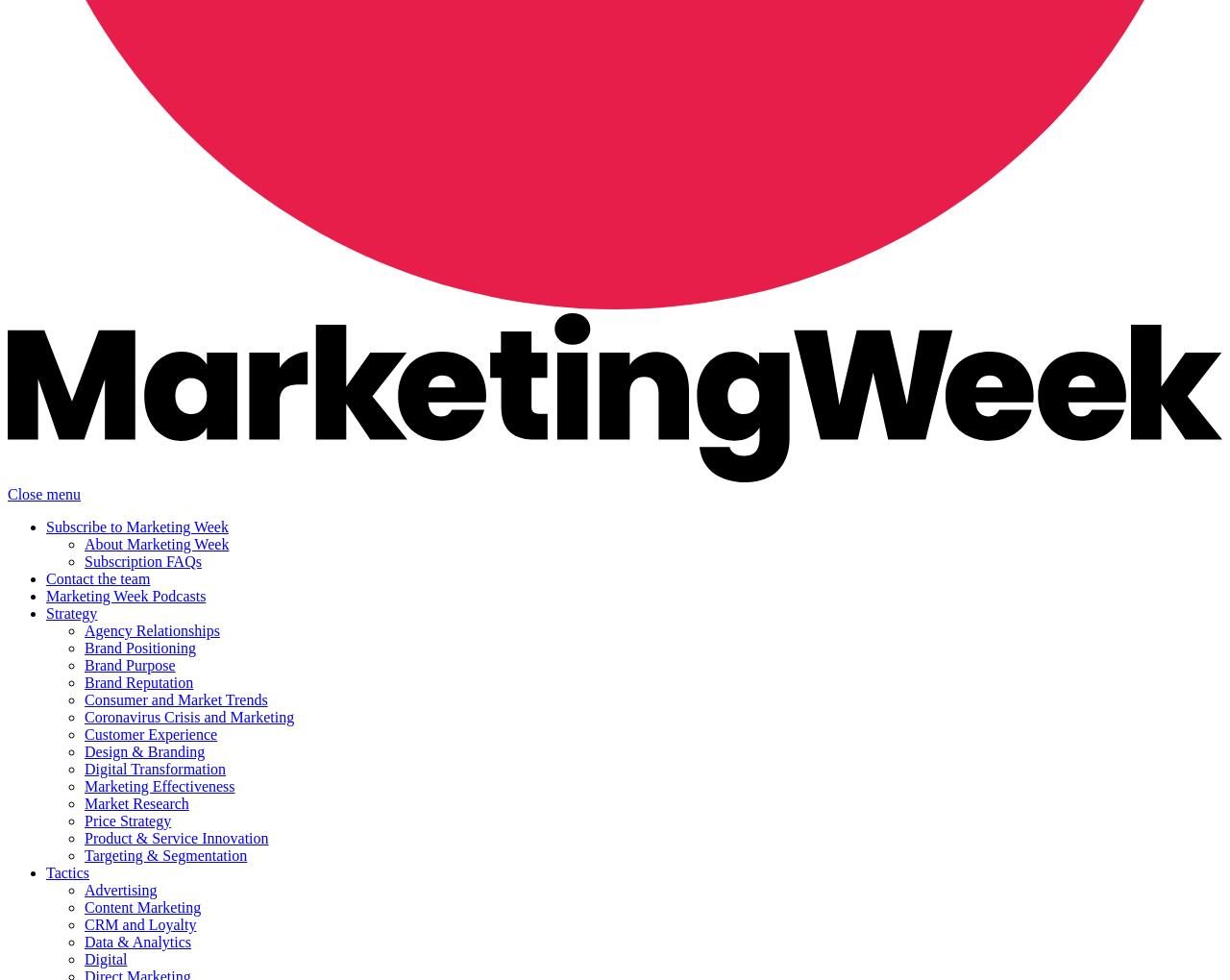 The height and width of the screenshot is (980, 1230). What do you see at coordinates (67, 872) in the screenshot?
I see `'Tactics'` at bounding box center [67, 872].